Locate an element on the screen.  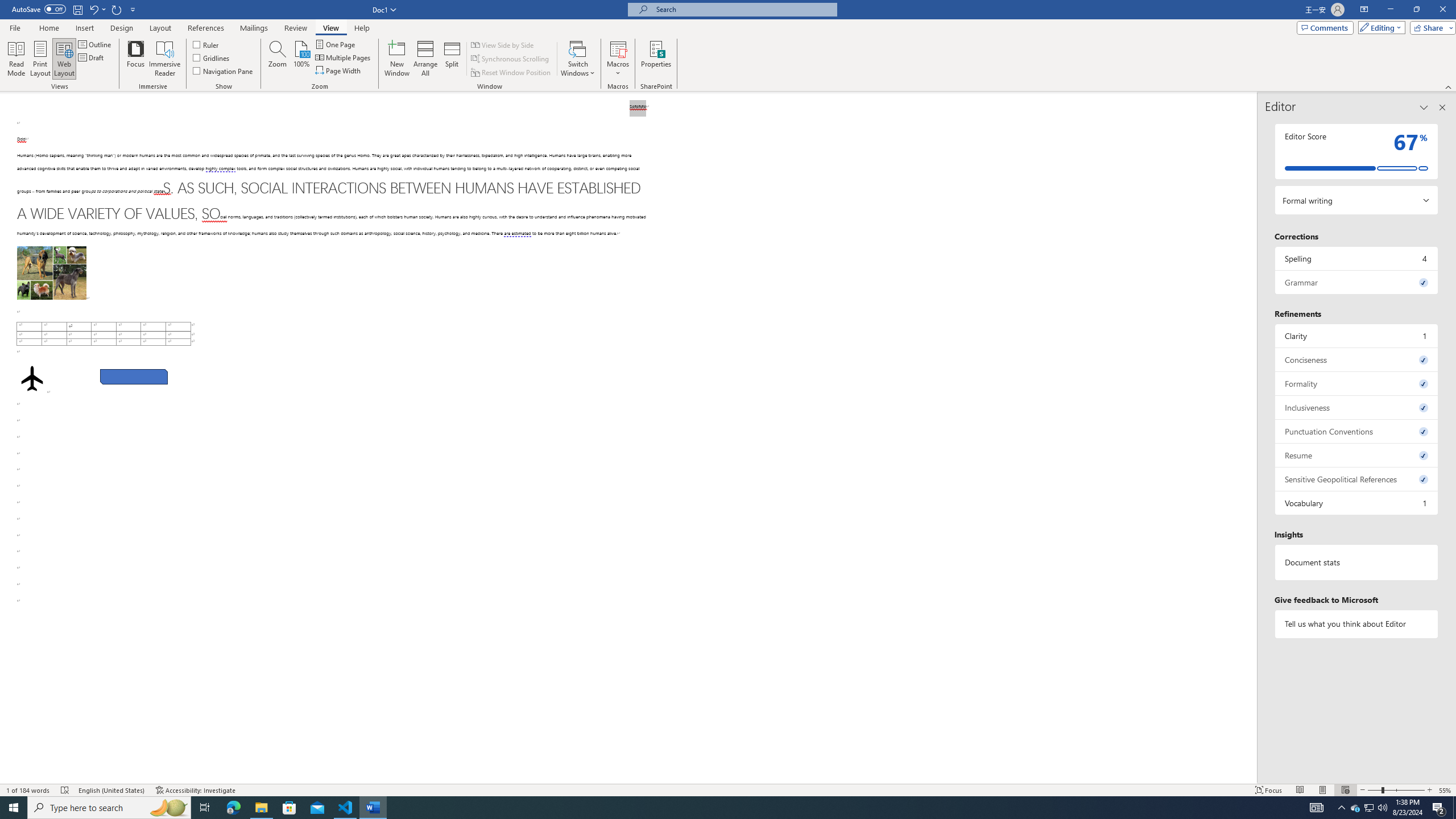
'100%' is located at coordinates (301, 59).